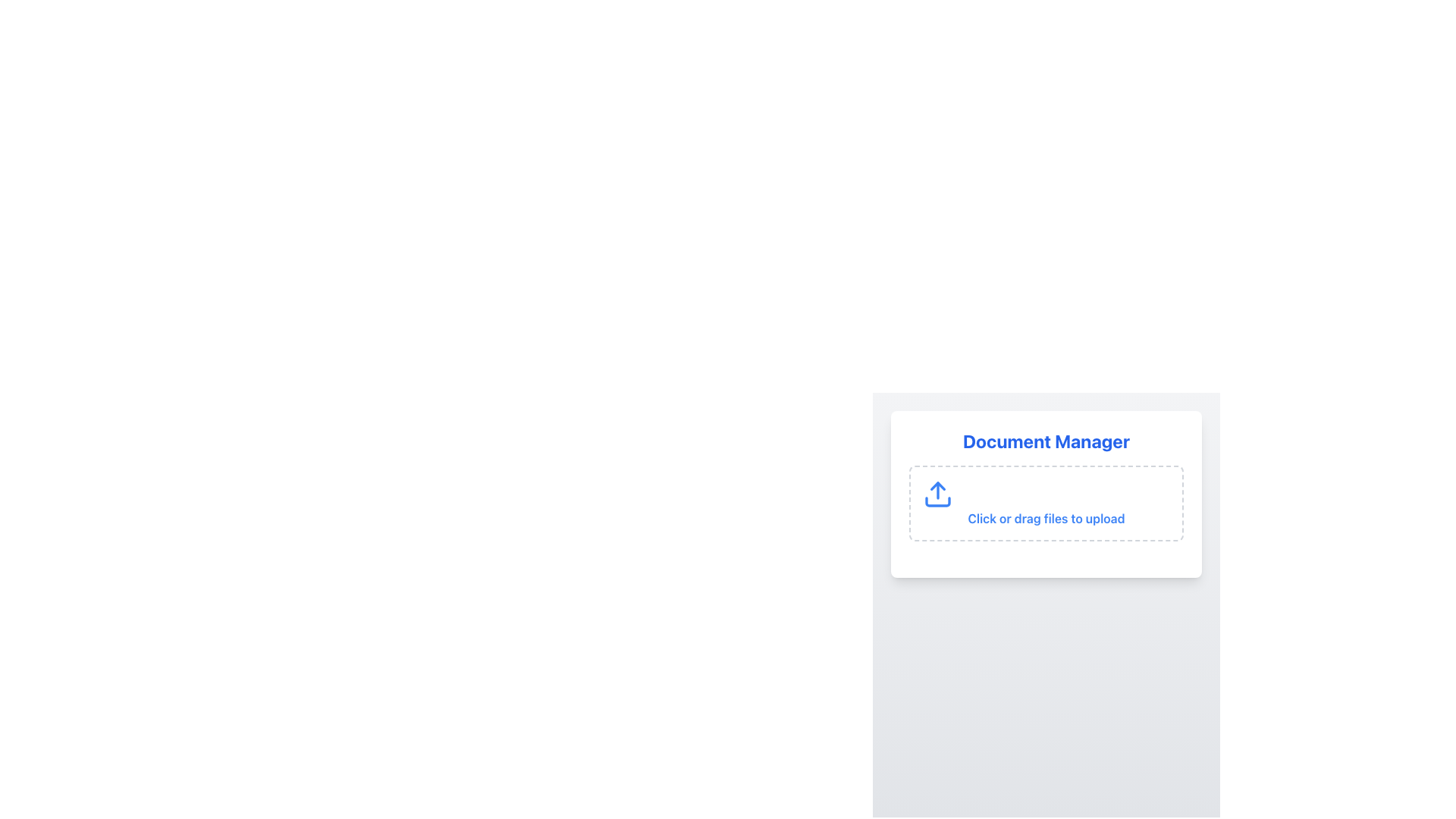 The image size is (1456, 819). Describe the element at coordinates (1046, 503) in the screenshot. I see `files into the interactive upload area located centrally beneath the 'Document Manager' title` at that location.